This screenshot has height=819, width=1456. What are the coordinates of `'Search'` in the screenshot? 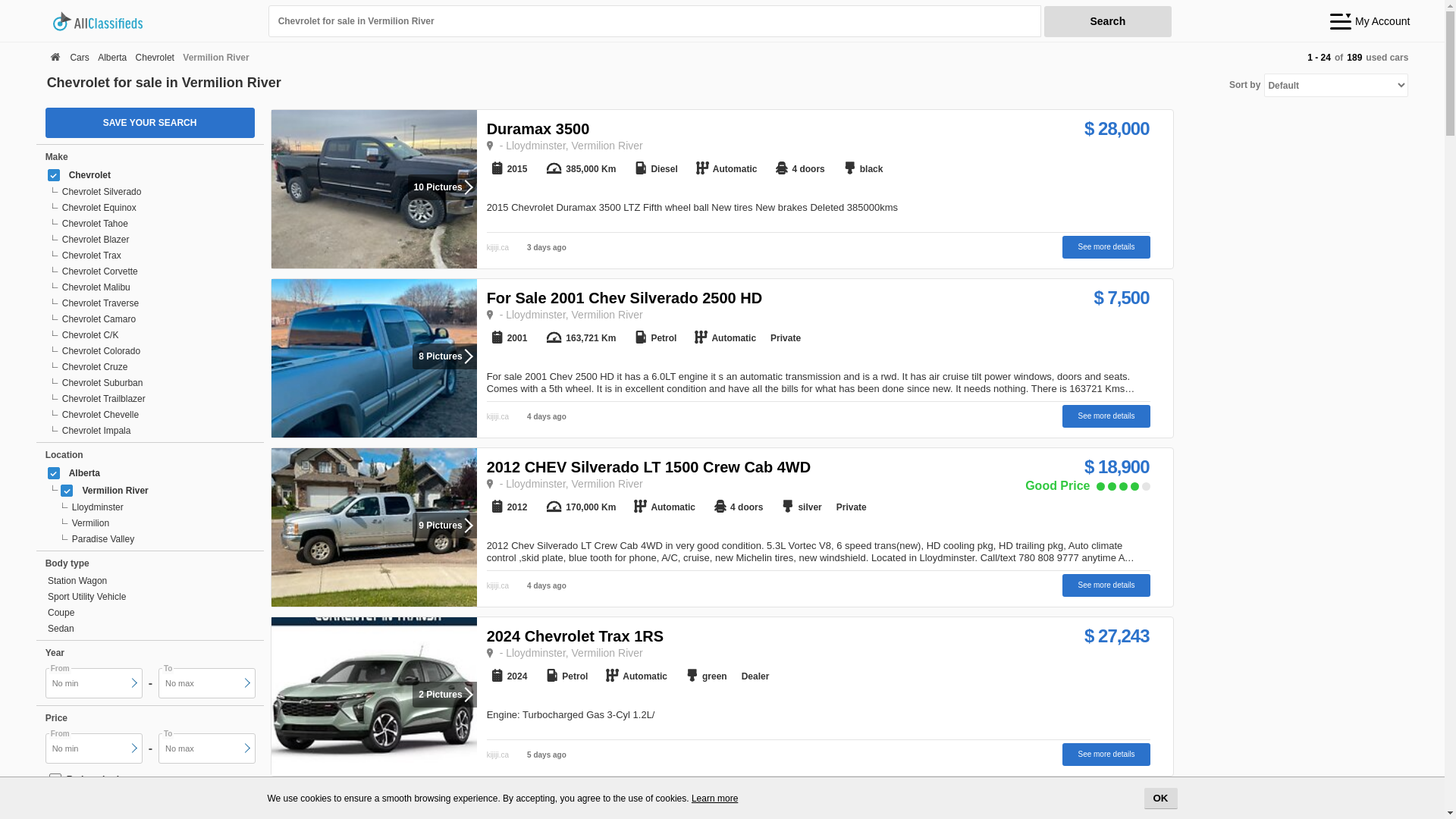 It's located at (1107, 21).